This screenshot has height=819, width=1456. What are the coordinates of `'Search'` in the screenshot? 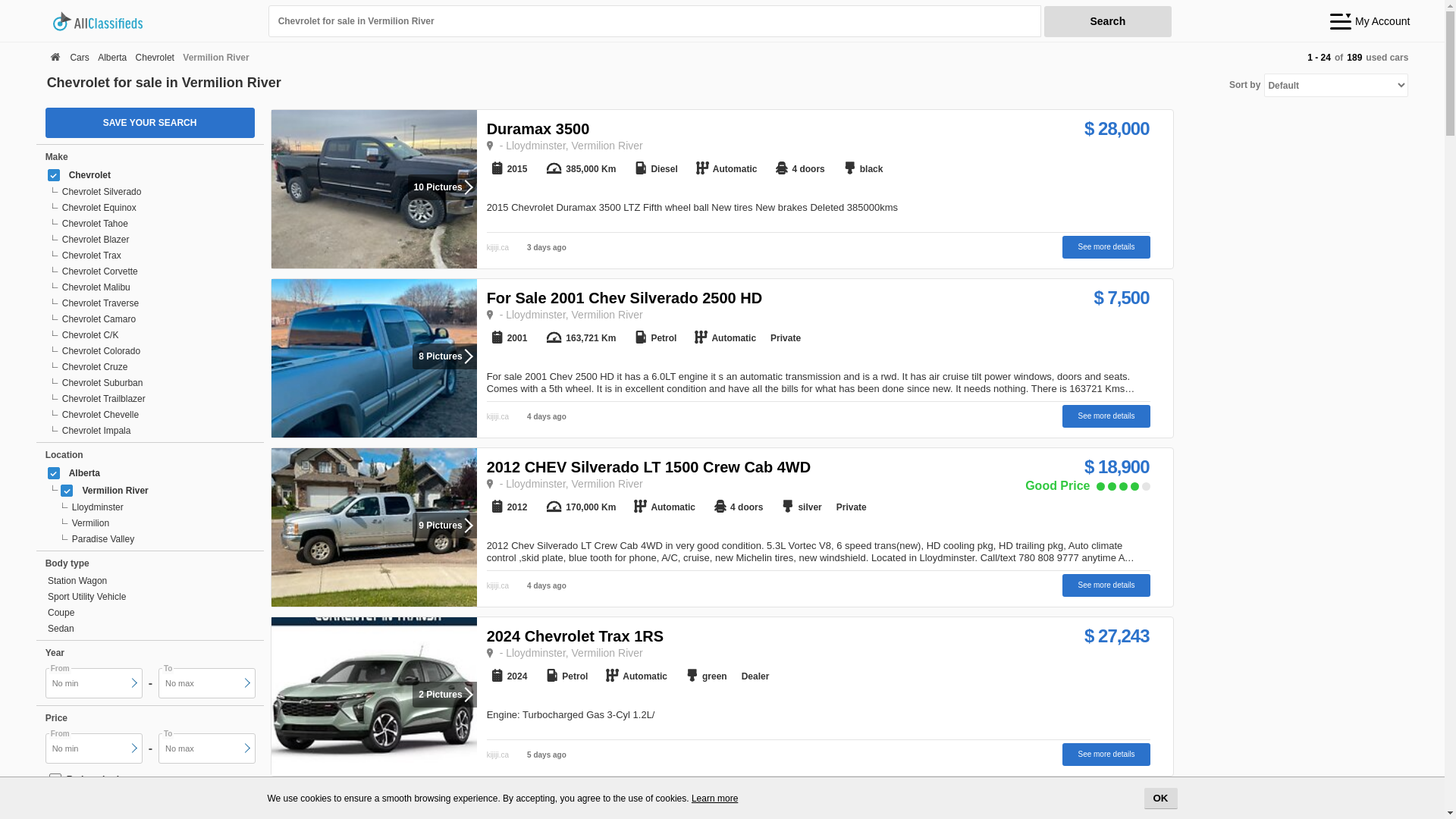 It's located at (1107, 21).